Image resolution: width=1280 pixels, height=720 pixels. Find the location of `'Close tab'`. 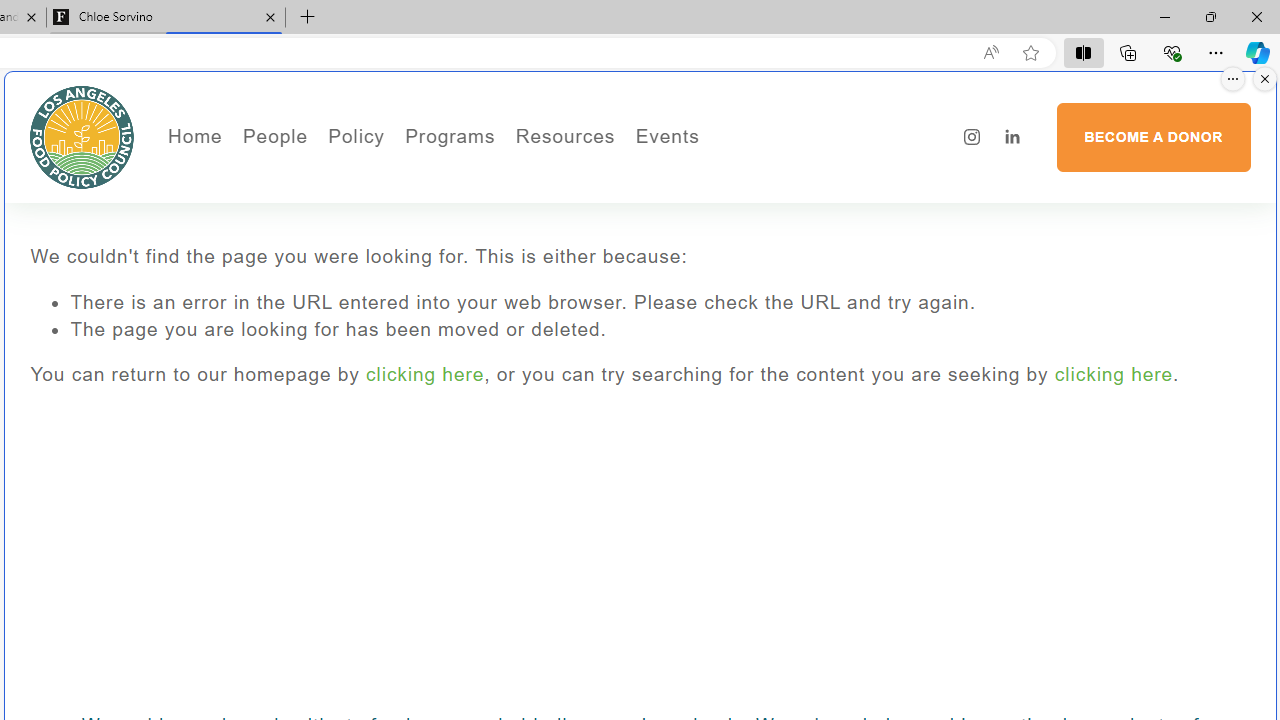

'Close tab' is located at coordinates (269, 17).